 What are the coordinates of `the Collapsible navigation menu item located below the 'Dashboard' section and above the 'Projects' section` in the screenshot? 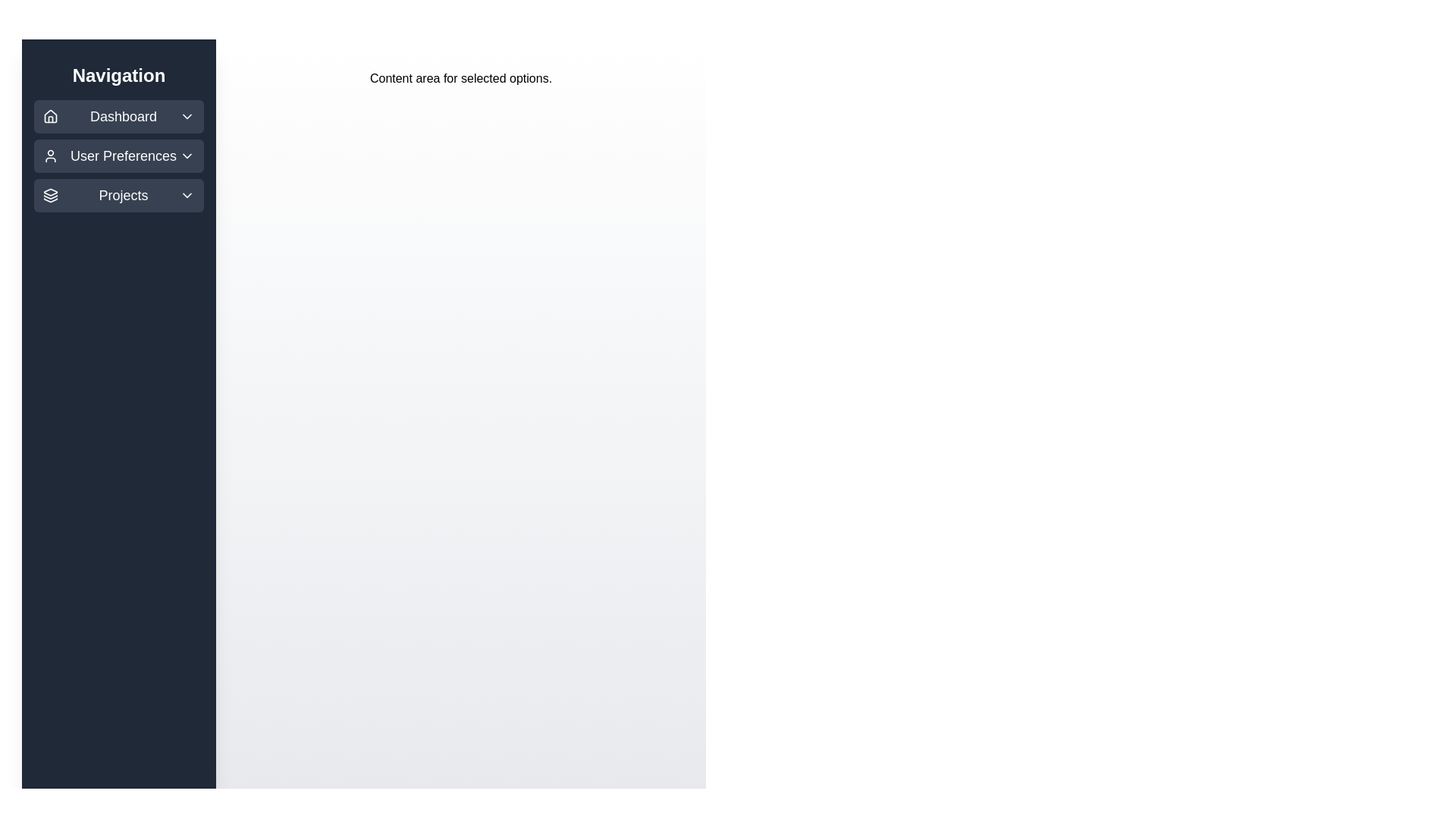 It's located at (118, 155).